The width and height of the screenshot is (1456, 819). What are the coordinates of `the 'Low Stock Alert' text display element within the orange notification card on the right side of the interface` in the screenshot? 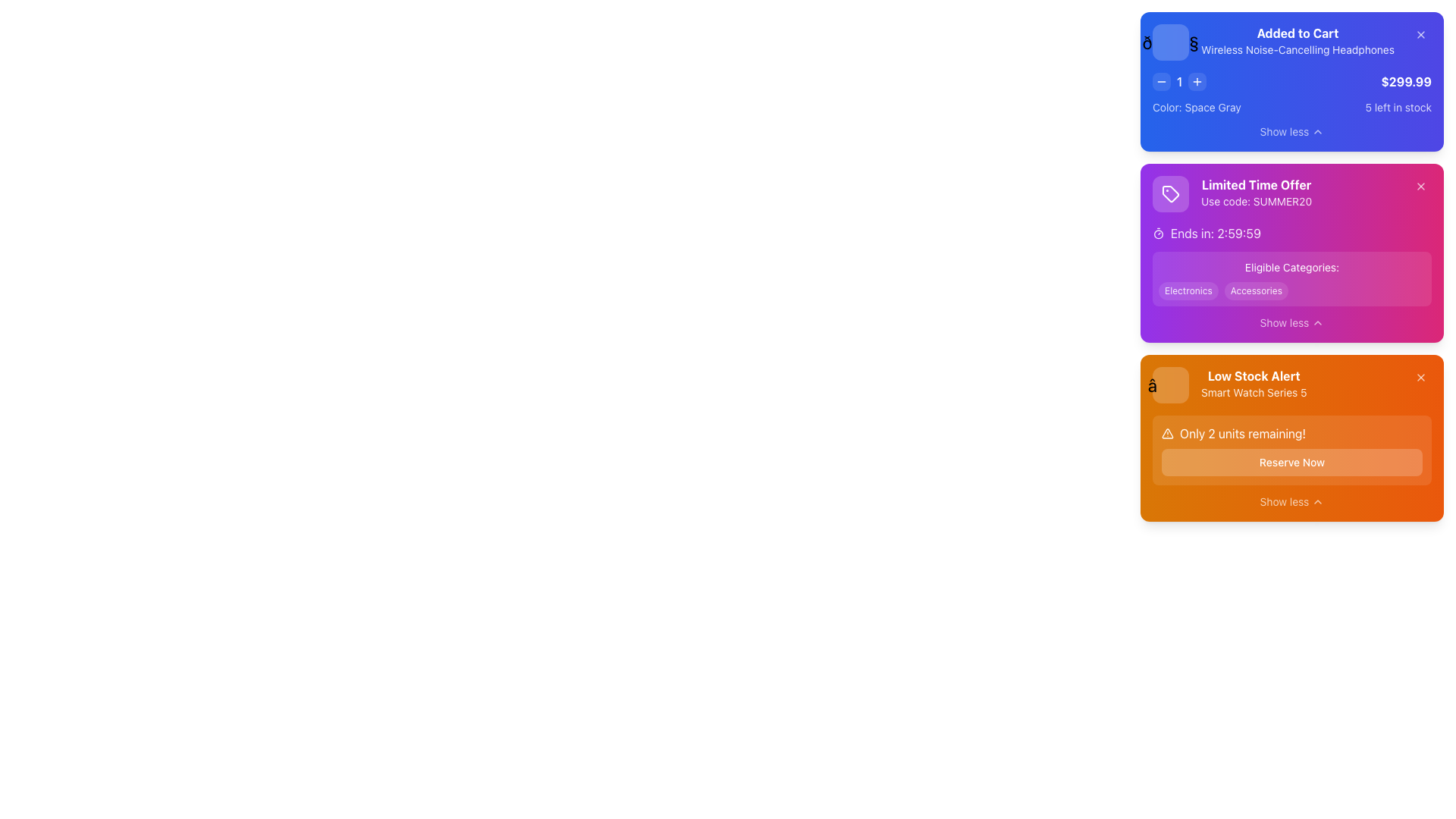 It's located at (1291, 384).